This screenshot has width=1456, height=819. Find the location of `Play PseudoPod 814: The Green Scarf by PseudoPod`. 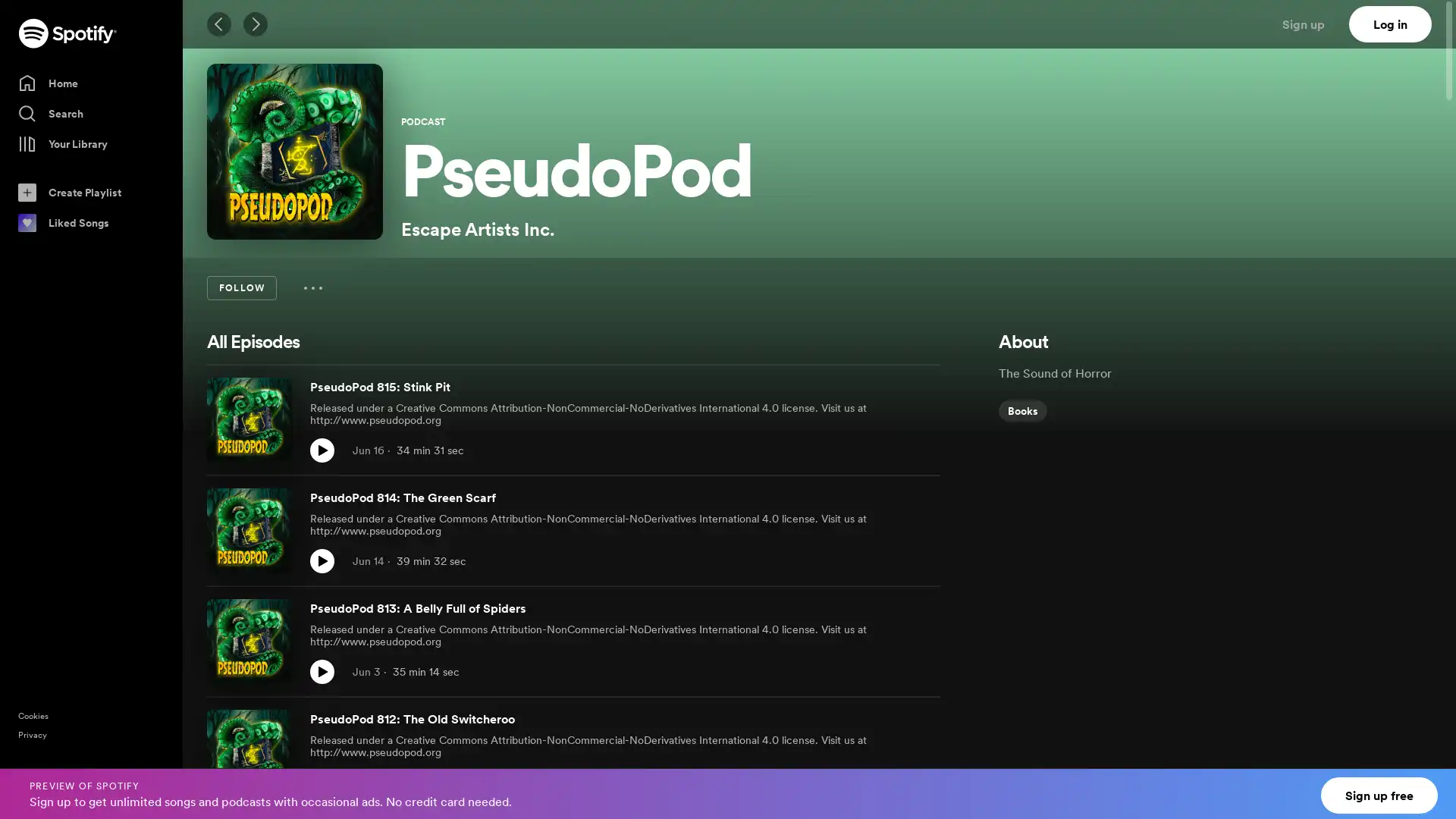

Play PseudoPod 814: The Green Scarf by PseudoPod is located at coordinates (322, 561).